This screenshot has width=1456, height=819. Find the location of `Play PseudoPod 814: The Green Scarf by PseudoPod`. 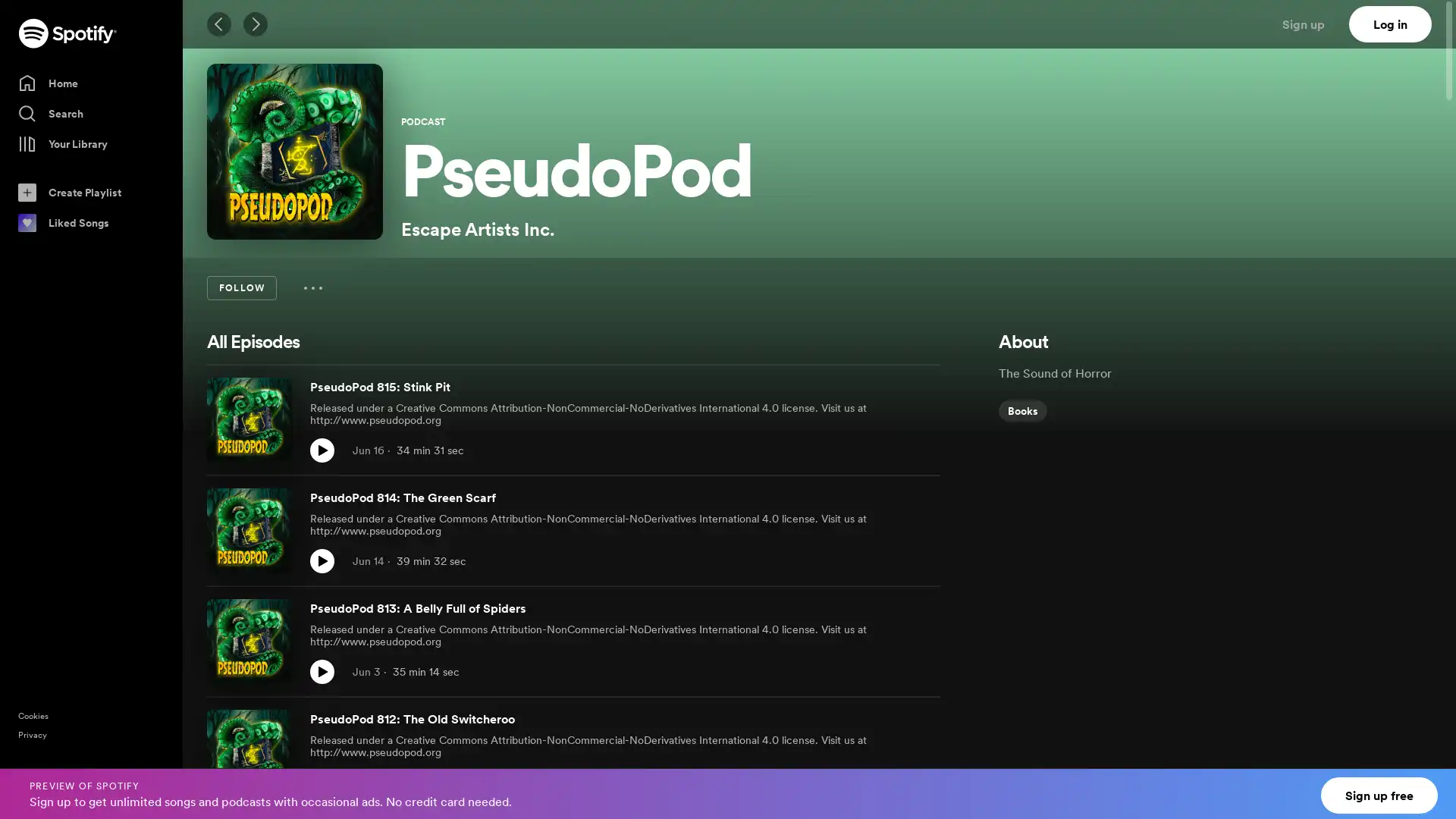

Play PseudoPod 814: The Green Scarf by PseudoPod is located at coordinates (322, 561).